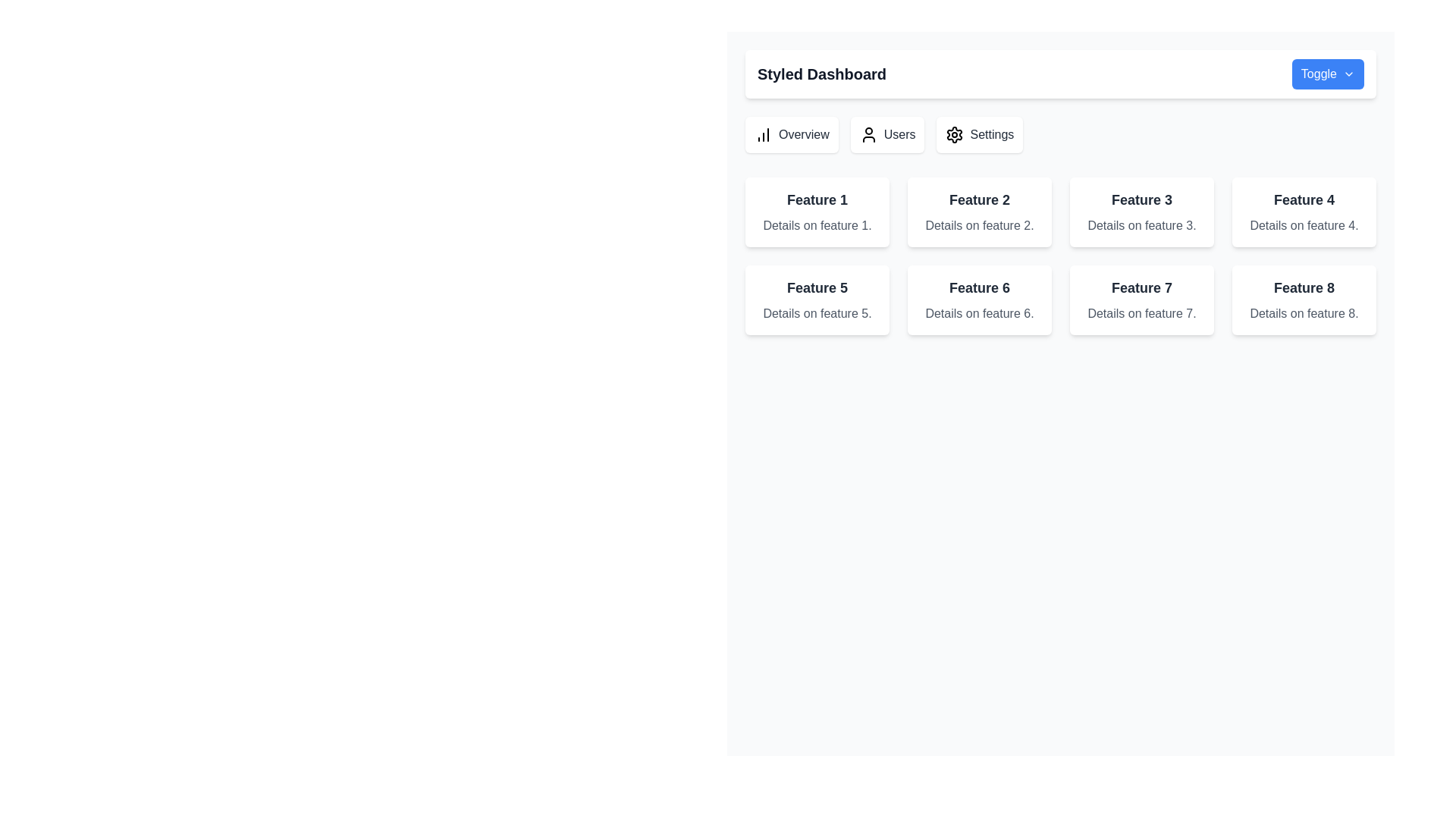  What do you see at coordinates (817, 199) in the screenshot?
I see `text from the Text Label that serves as a title for the feature block, located centrally above the descriptive text 'Details on feature 1'` at bounding box center [817, 199].